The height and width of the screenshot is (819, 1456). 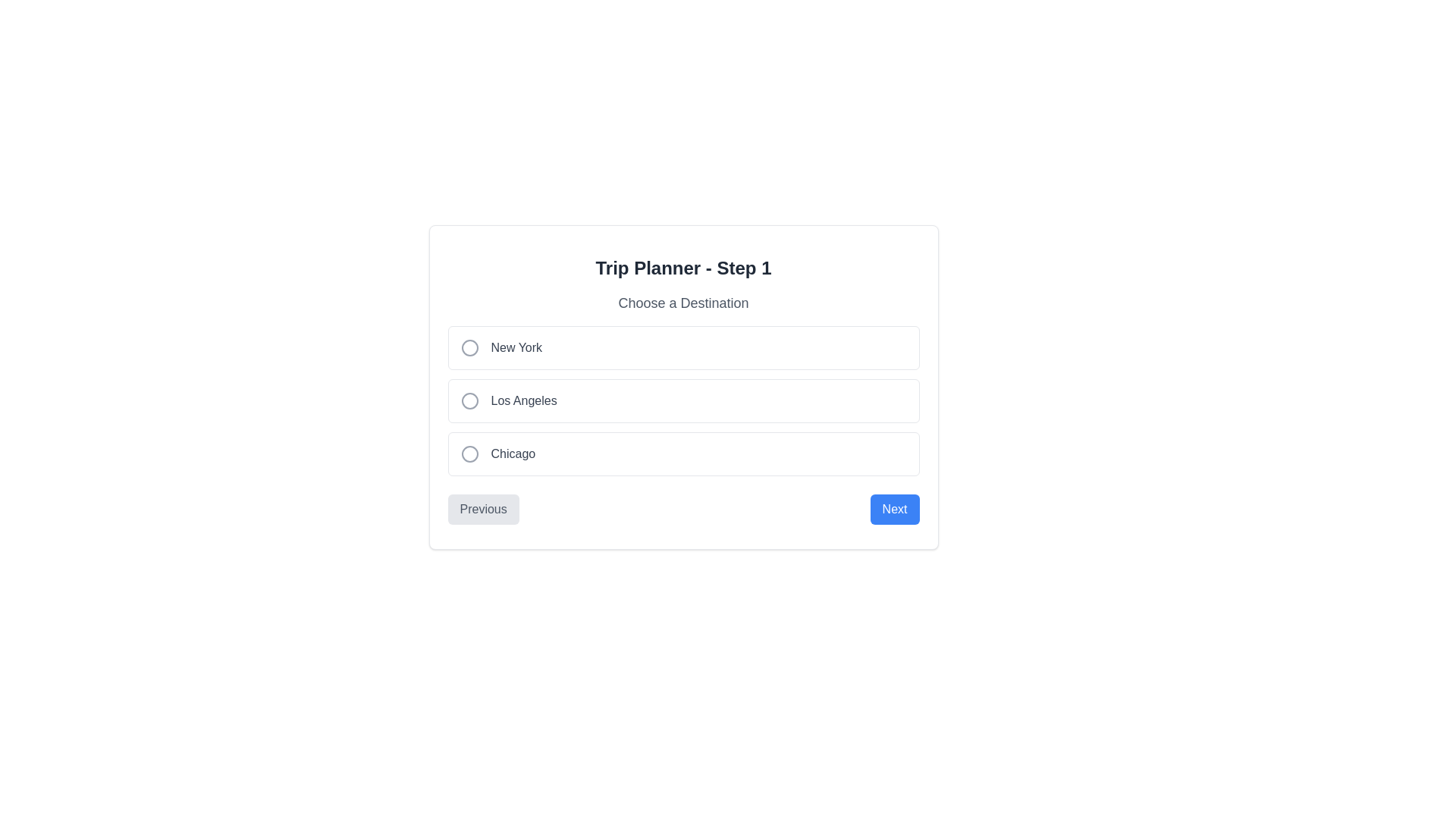 What do you see at coordinates (469, 348) in the screenshot?
I see `the circle representing the selected status of the 'New York' radio button option` at bounding box center [469, 348].